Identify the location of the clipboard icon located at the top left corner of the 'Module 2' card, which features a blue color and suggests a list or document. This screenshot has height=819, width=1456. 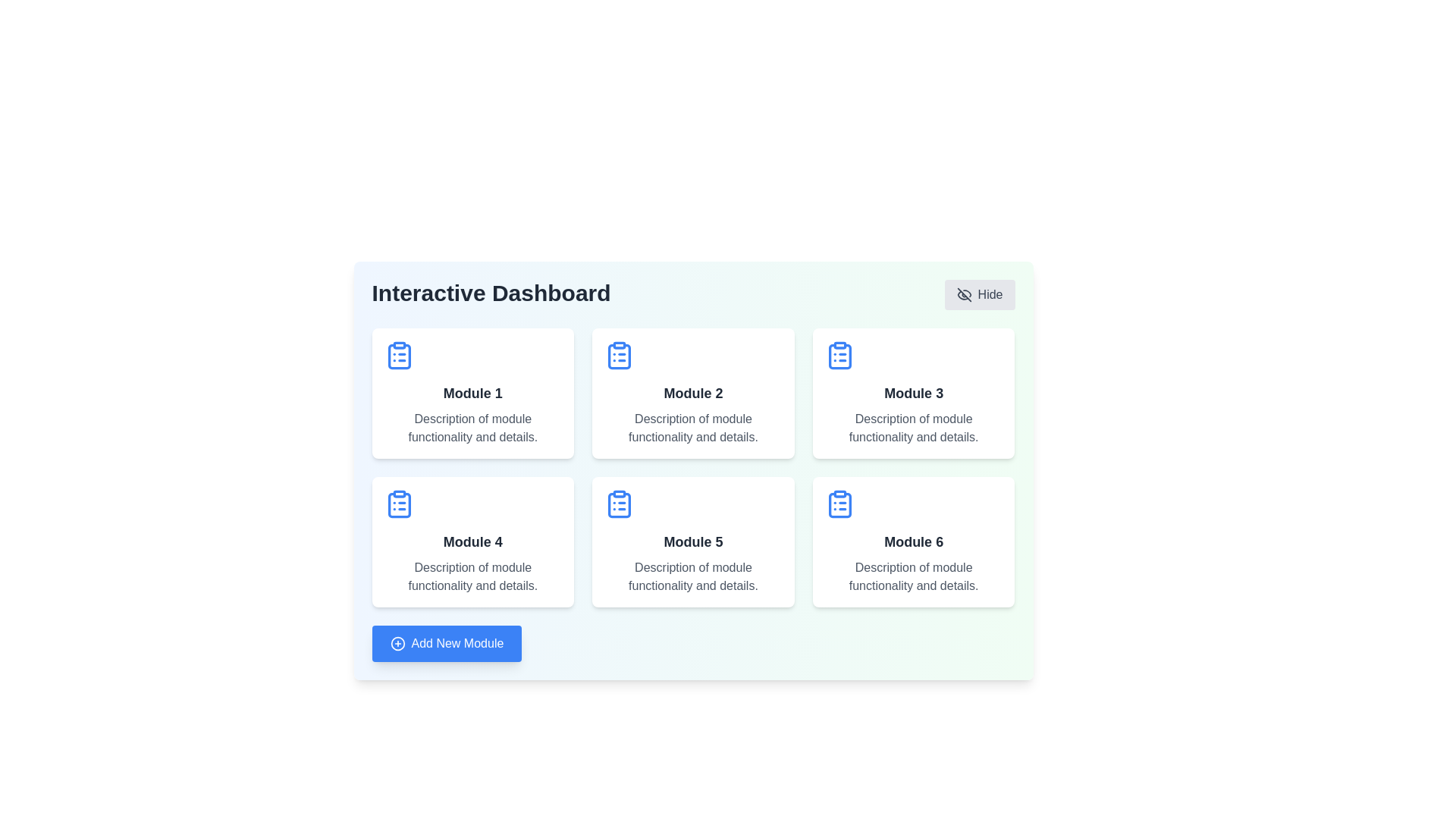
(620, 356).